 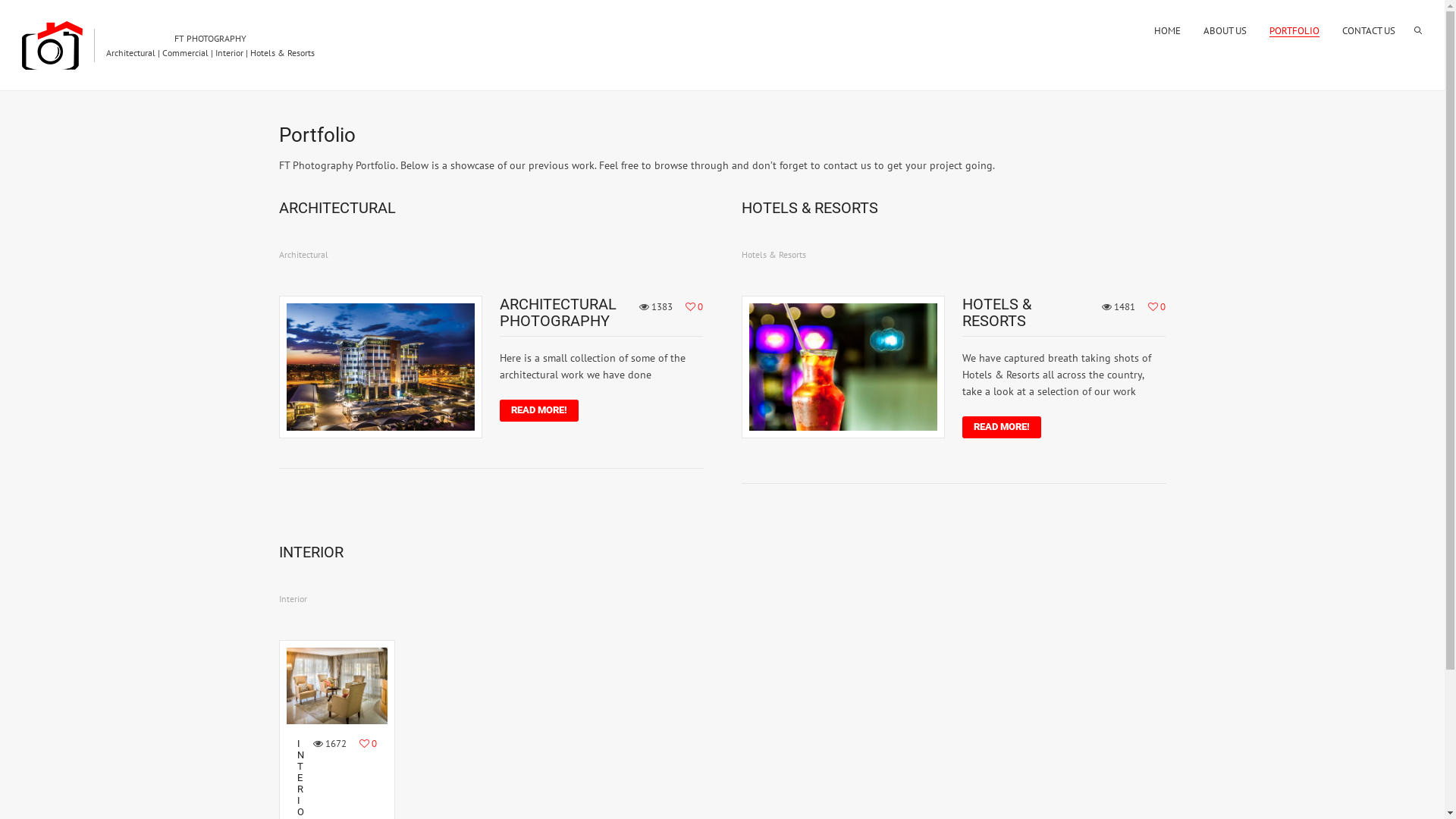 What do you see at coordinates (1294, 30) in the screenshot?
I see `'PORTFOLIO'` at bounding box center [1294, 30].